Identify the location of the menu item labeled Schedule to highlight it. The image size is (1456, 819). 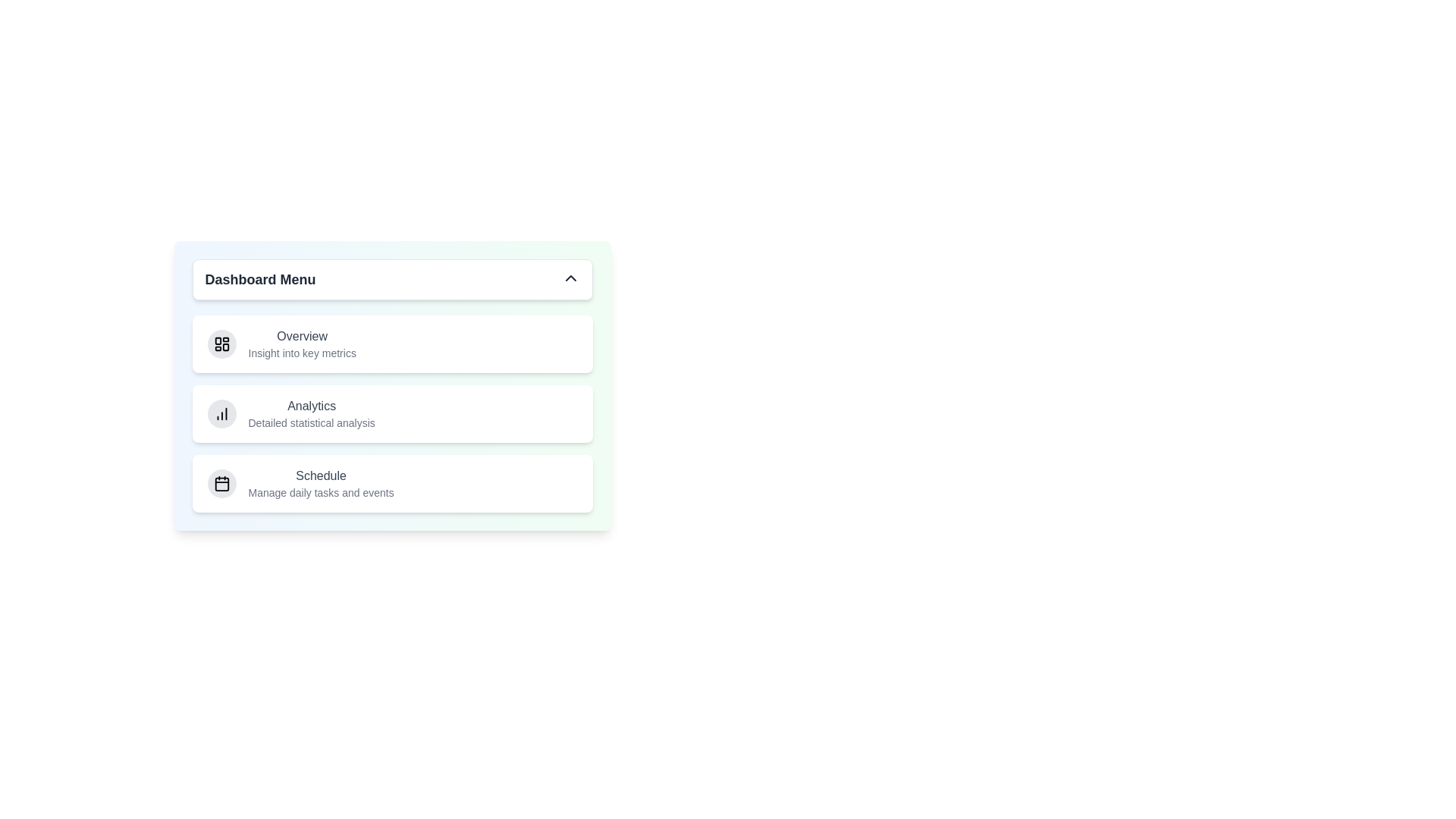
(319, 475).